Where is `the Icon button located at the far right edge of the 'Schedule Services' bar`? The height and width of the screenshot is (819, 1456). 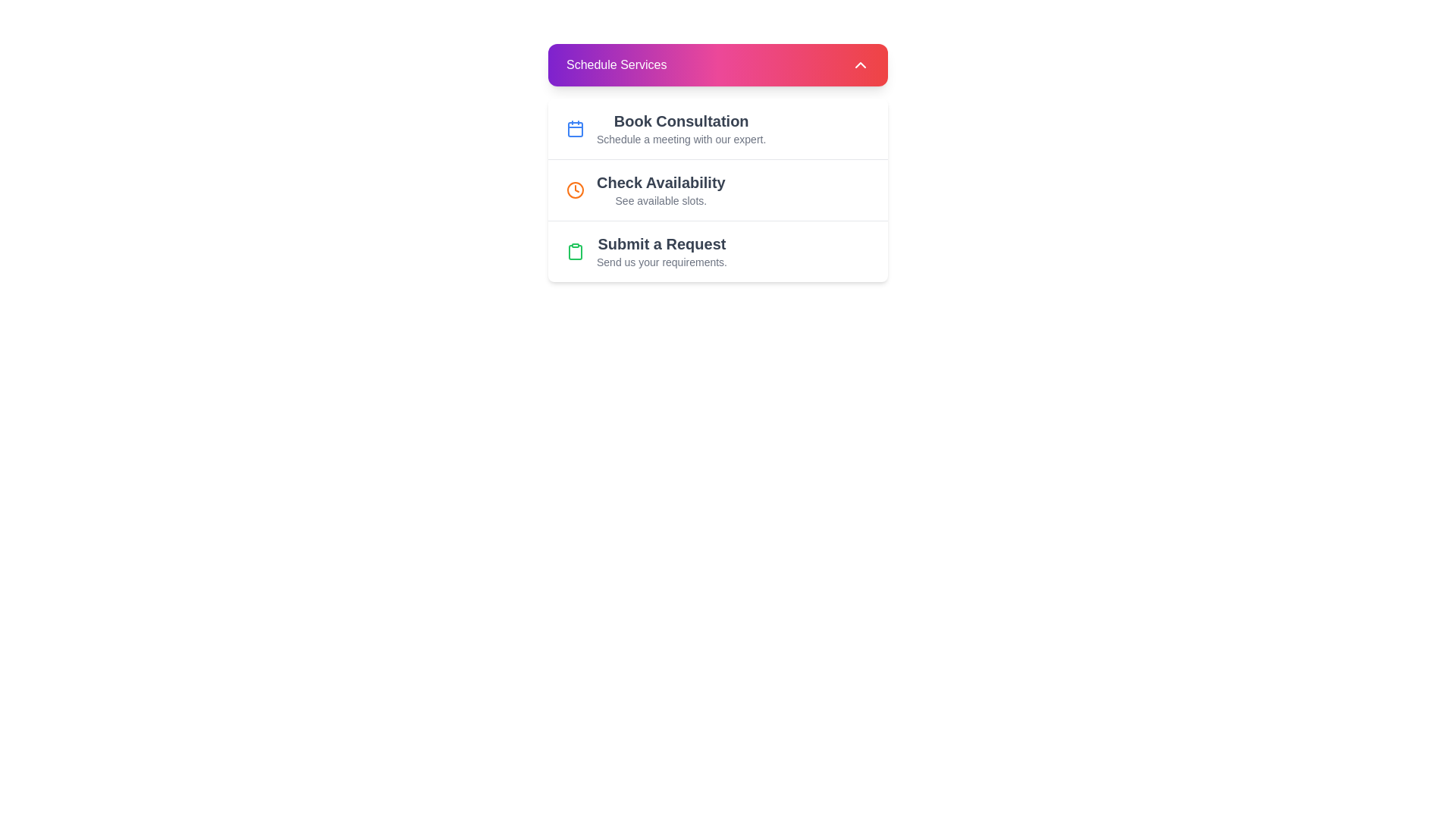
the Icon button located at the far right edge of the 'Schedule Services' bar is located at coordinates (860, 64).